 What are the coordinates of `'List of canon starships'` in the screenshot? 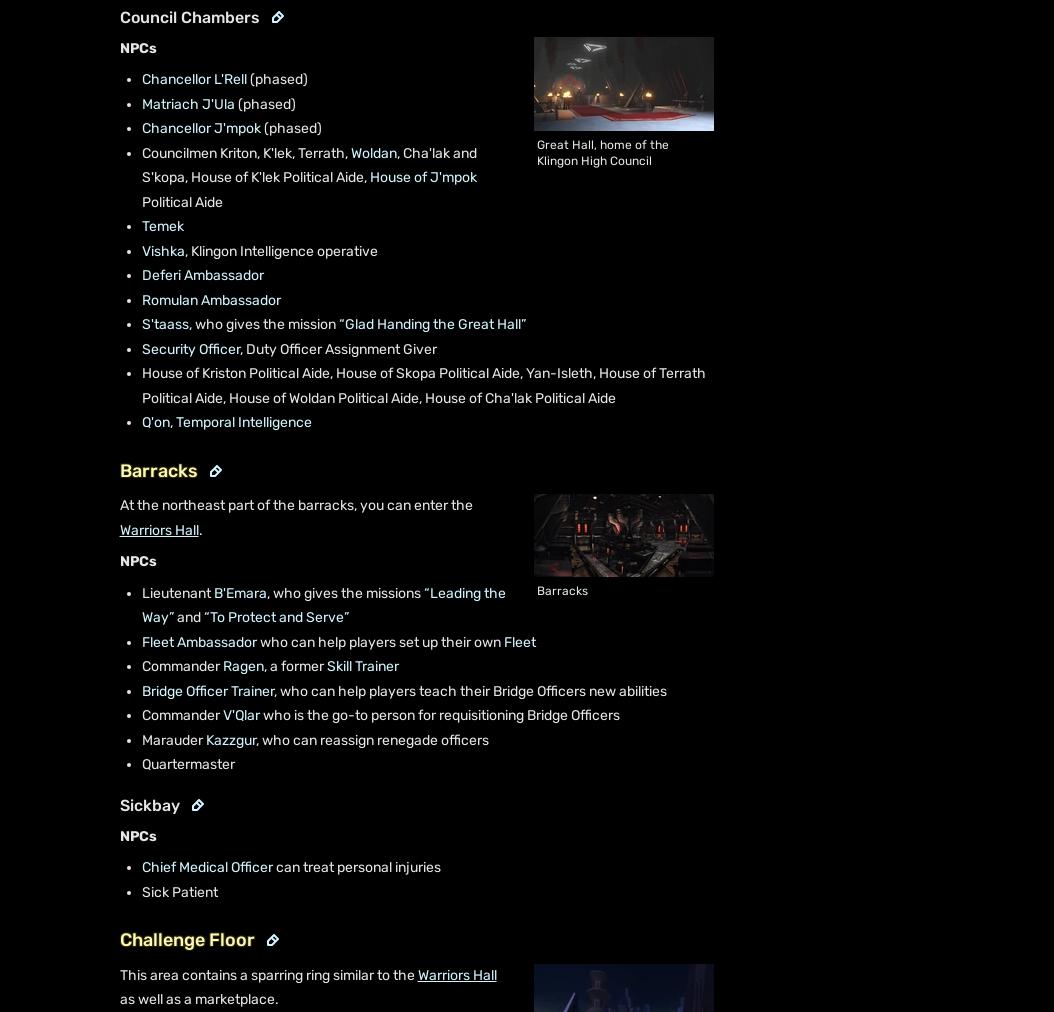 It's located at (258, 98).